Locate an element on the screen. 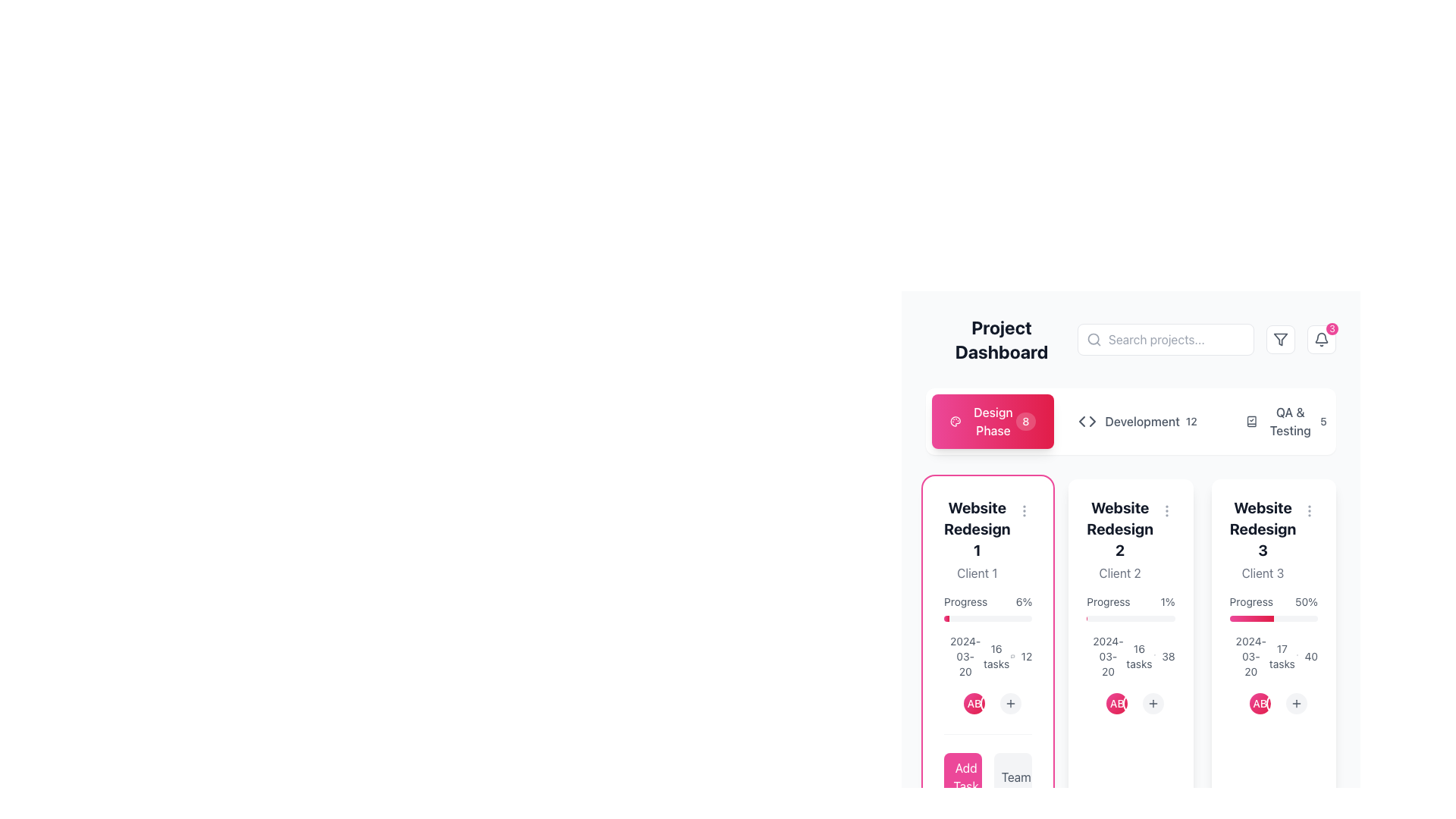 The image size is (1456, 819). the Text Label indicating the count of comments or messages, located in the third column of the grid layout under the 'Website Redesign 1' card is located at coordinates (1021, 656).